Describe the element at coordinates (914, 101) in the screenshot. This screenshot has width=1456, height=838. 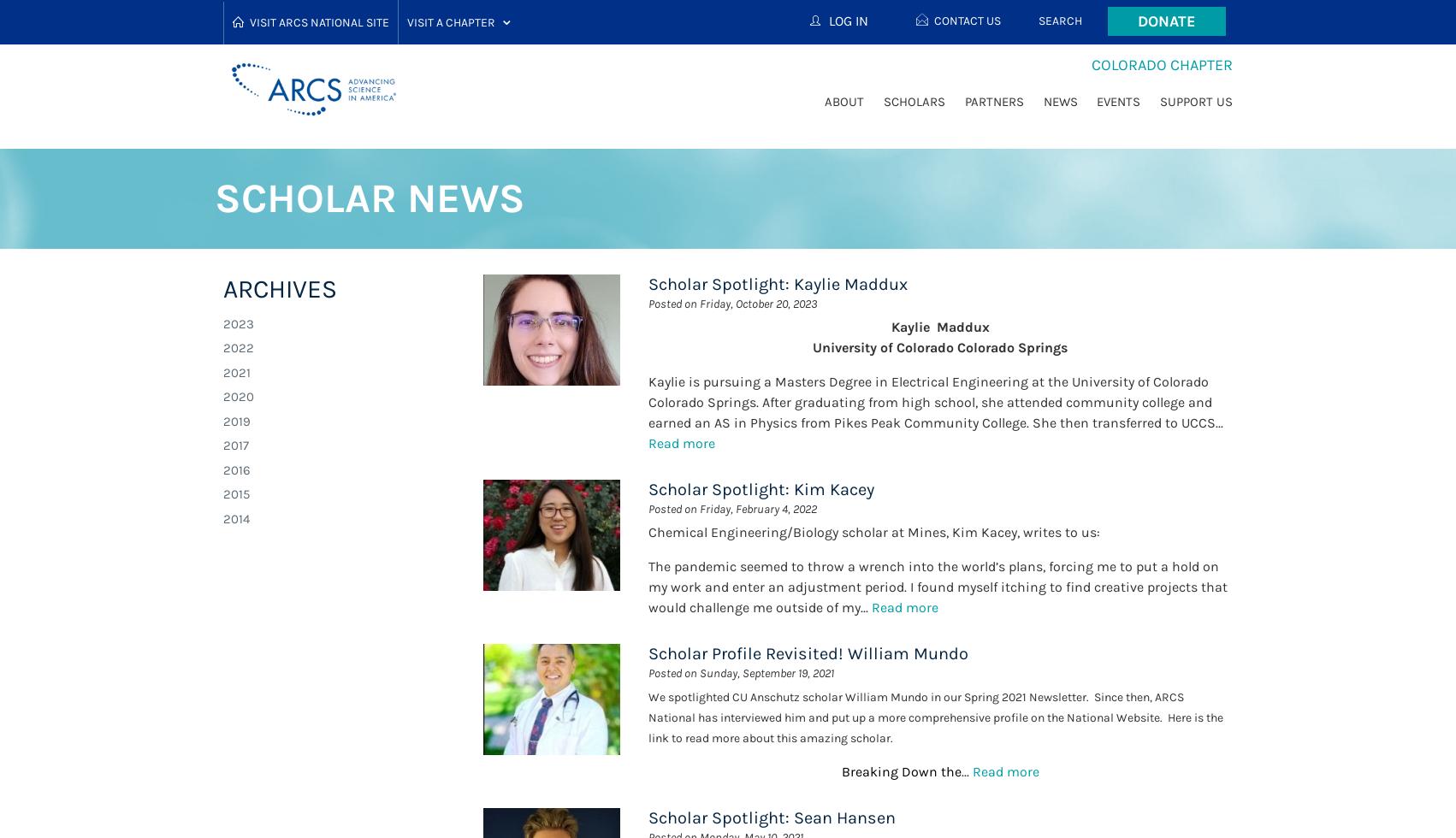
I see `'Scholars'` at that location.